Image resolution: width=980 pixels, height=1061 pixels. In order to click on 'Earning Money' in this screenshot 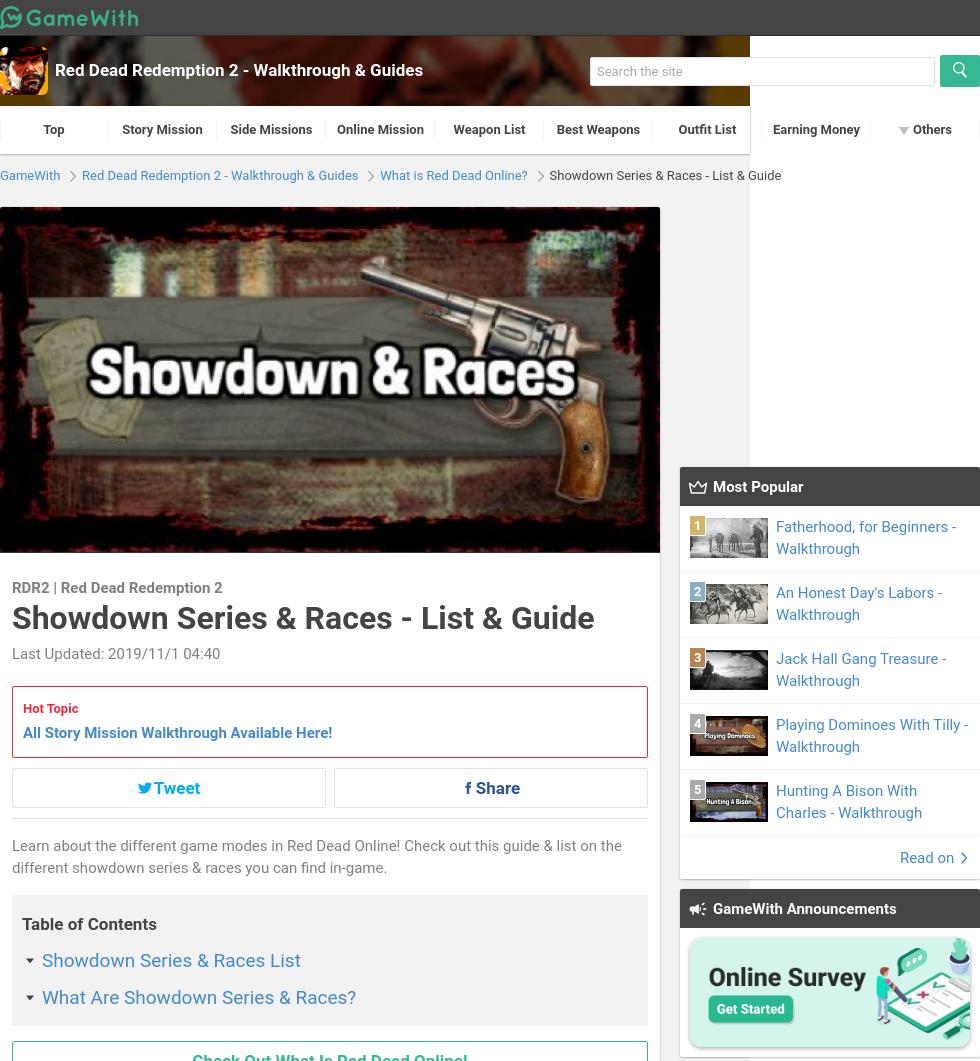, I will do `click(816, 129)`.